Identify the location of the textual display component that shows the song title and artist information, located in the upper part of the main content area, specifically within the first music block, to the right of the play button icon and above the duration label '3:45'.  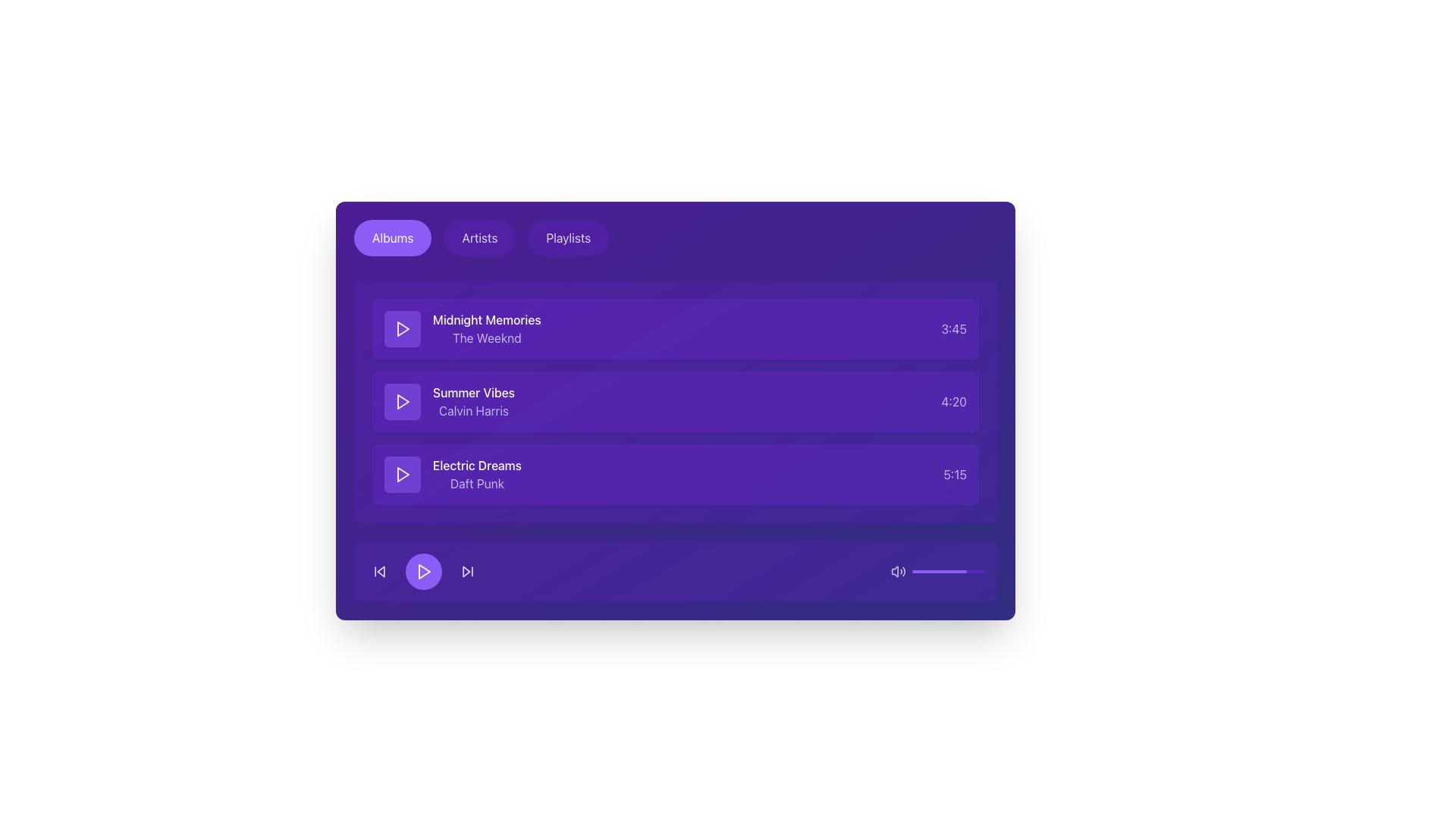
(462, 328).